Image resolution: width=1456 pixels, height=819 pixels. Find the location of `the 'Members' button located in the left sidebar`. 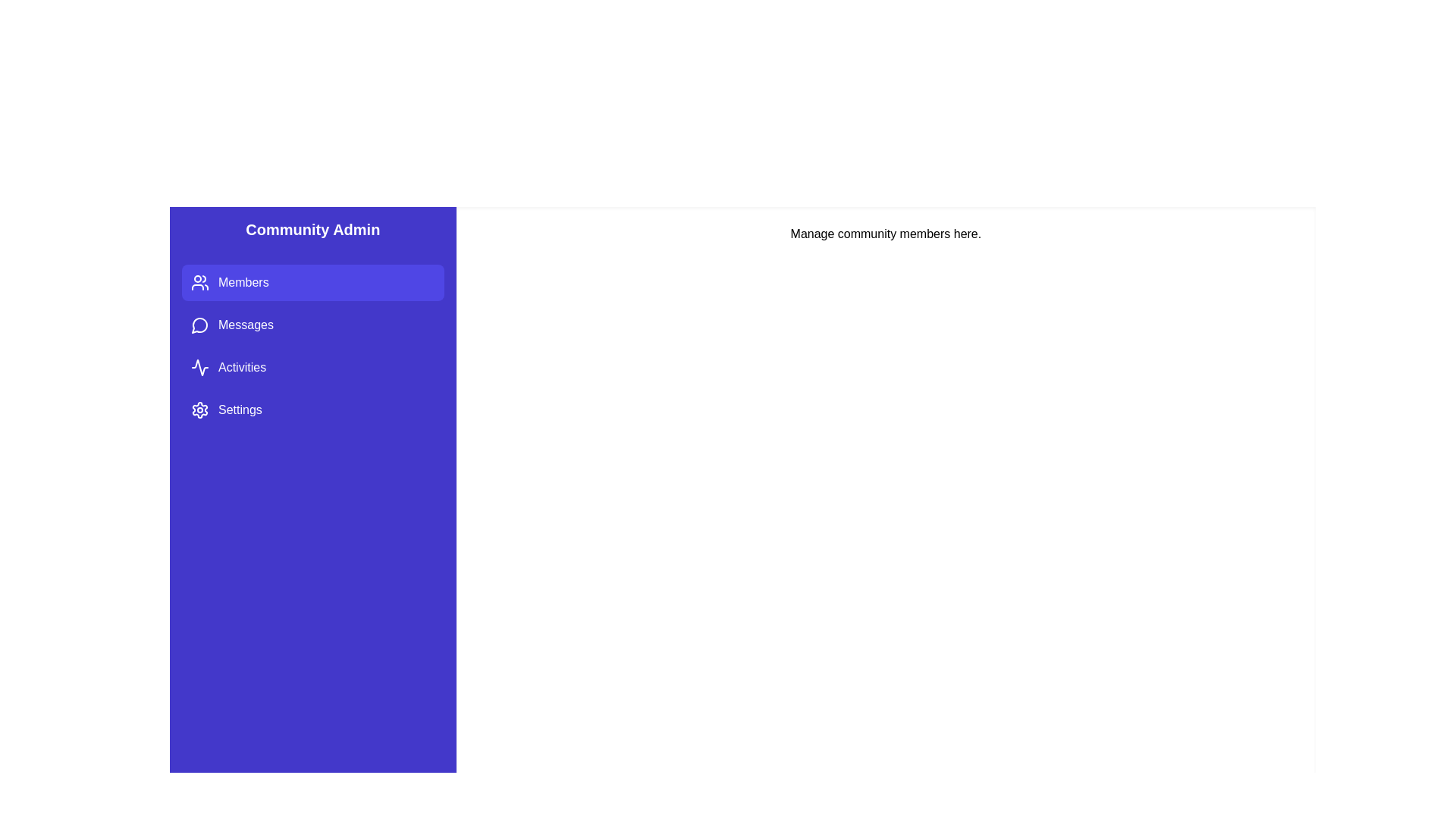

the 'Members' button located in the left sidebar is located at coordinates (312, 283).